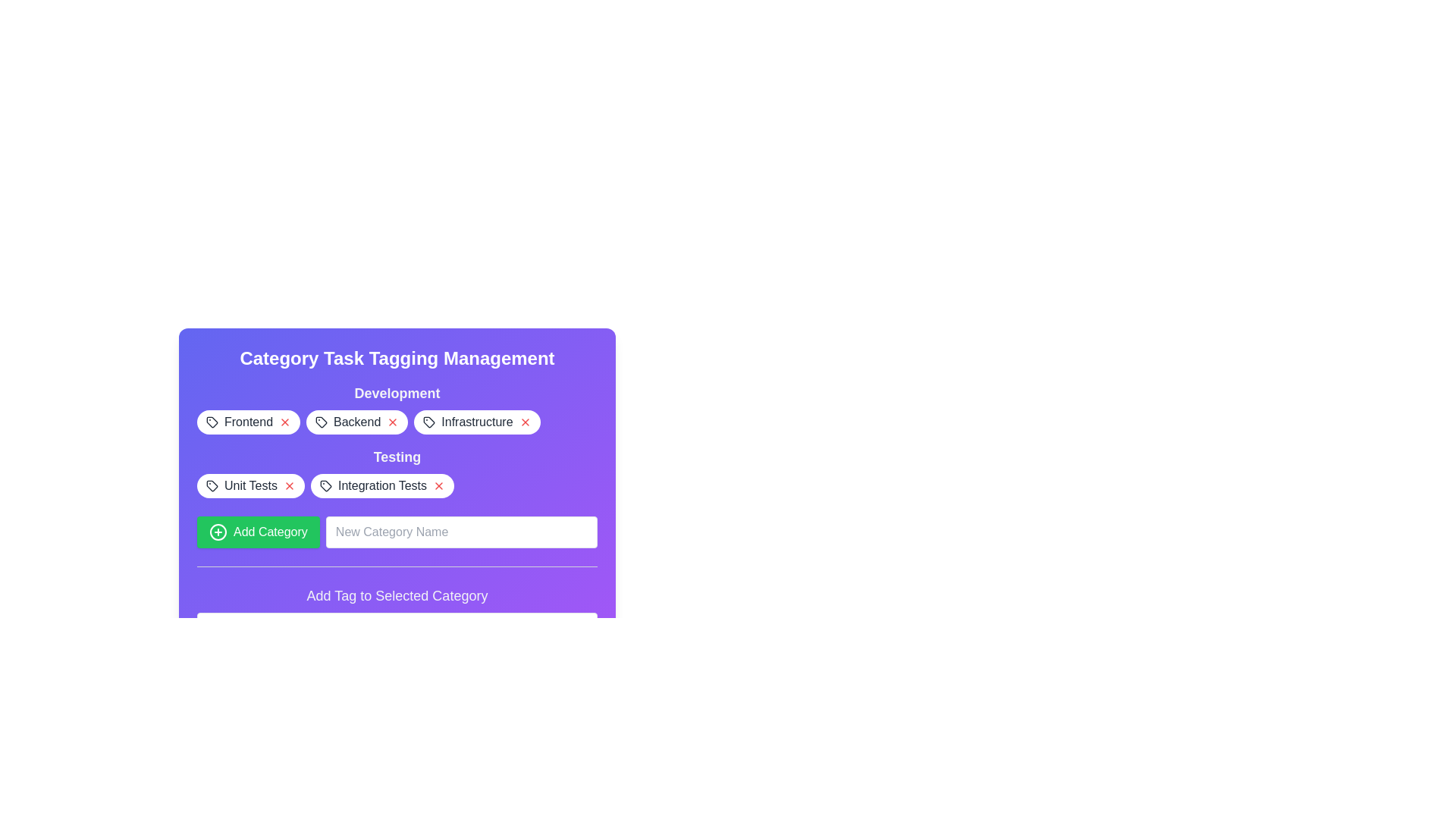 This screenshot has width=1456, height=819. I want to click on the bold heading text label that categorizes items under 'Testing', situated above 'Unit Tests' and 'Integration Tests', so click(397, 456).